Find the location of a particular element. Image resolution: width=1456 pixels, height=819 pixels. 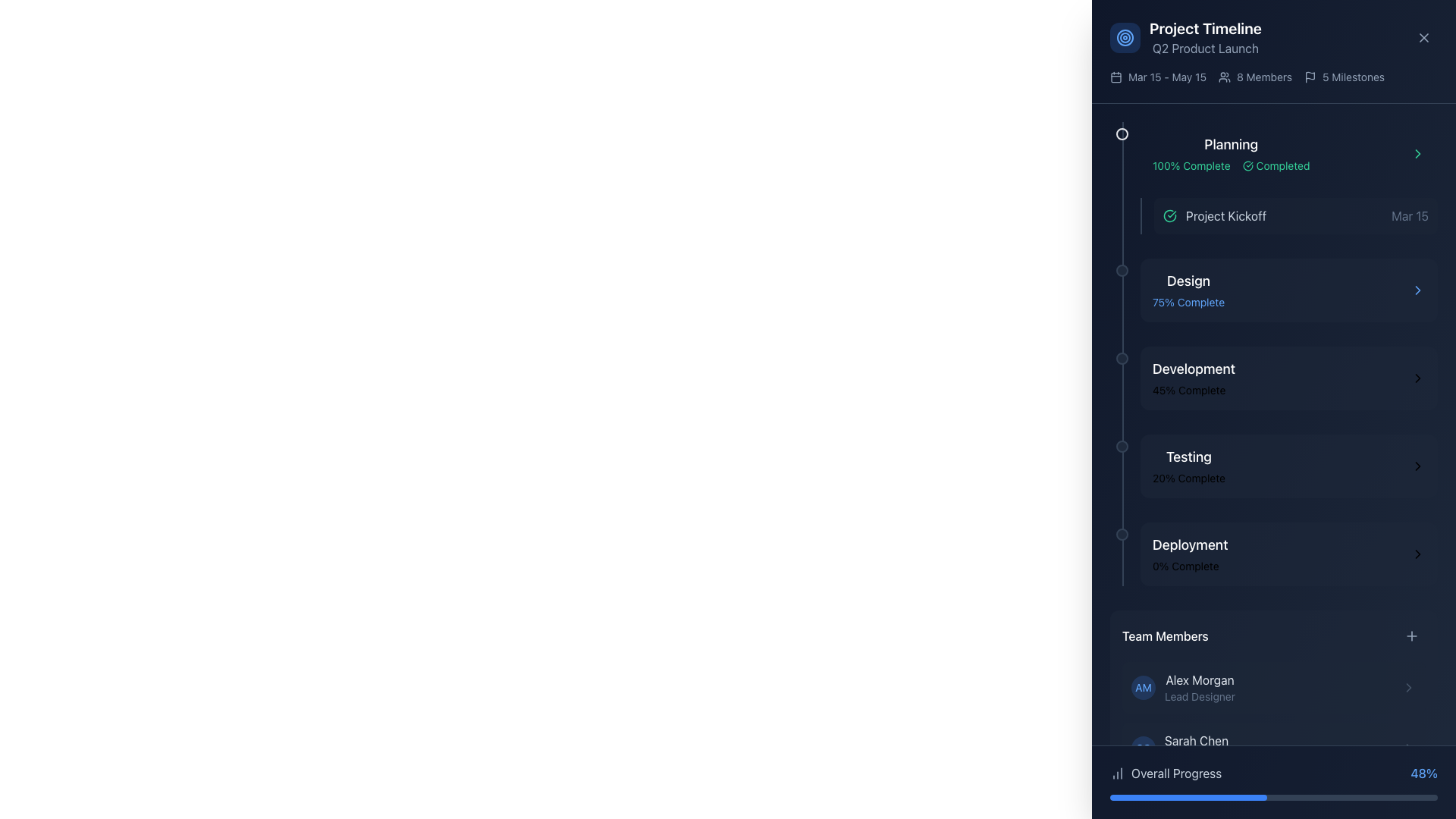

the Text Label that indicates the completion status of the 'Deployment' task, which currently shows 0% is located at coordinates (1189, 566).